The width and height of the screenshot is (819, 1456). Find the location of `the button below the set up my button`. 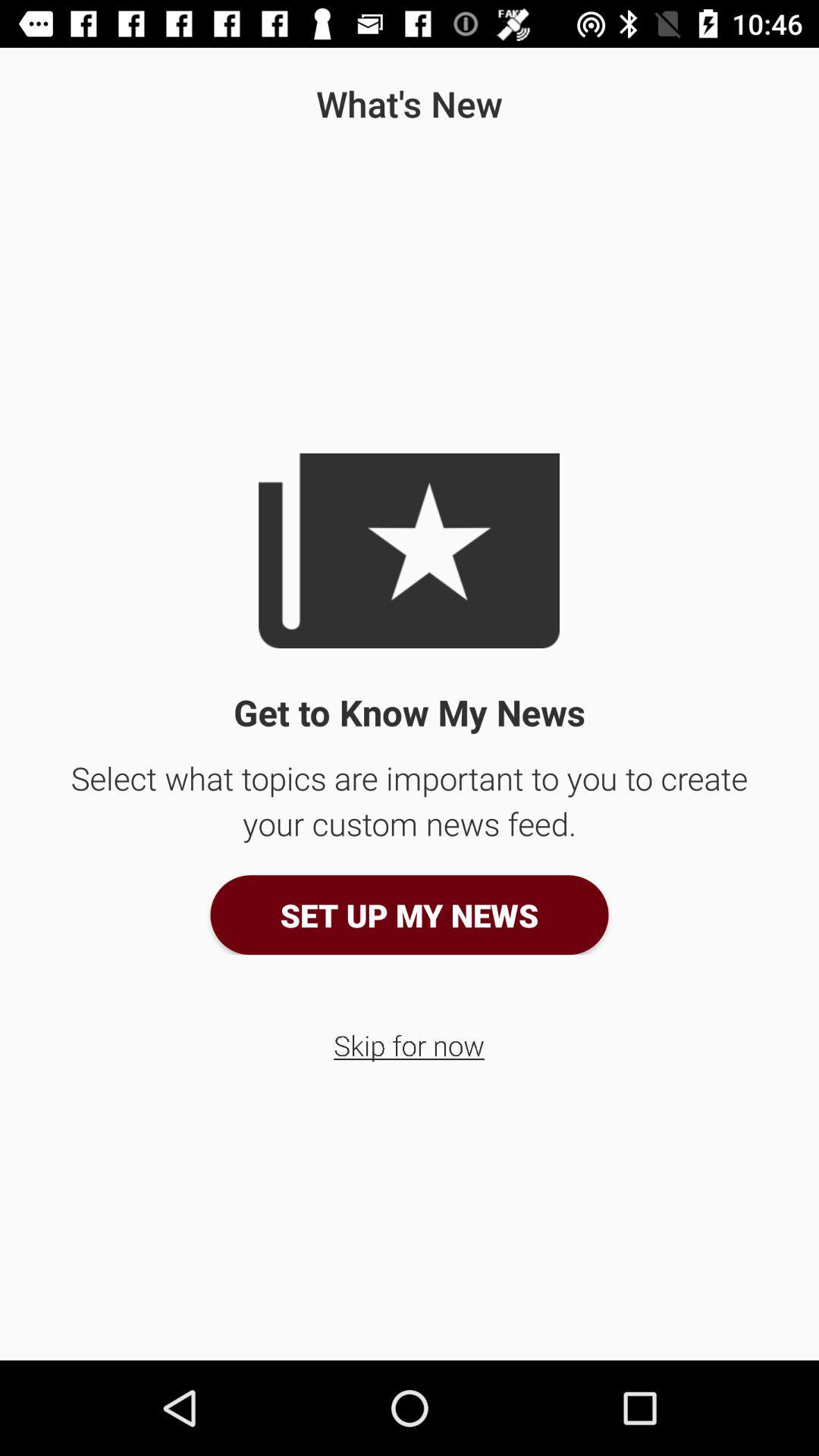

the button below the set up my button is located at coordinates (408, 1044).